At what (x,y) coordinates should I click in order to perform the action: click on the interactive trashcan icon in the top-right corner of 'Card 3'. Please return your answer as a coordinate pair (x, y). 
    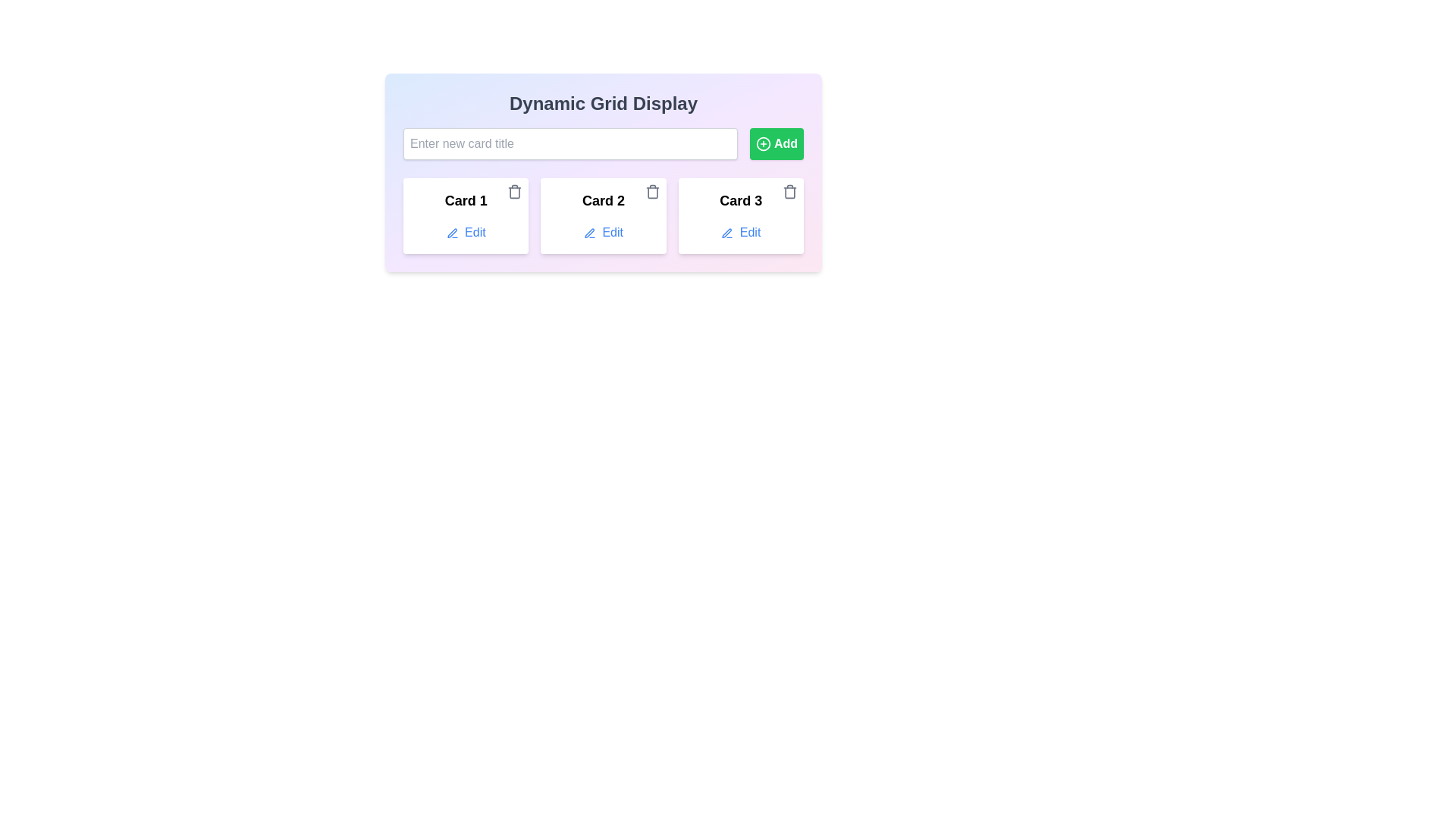
    Looking at the image, I should click on (789, 191).